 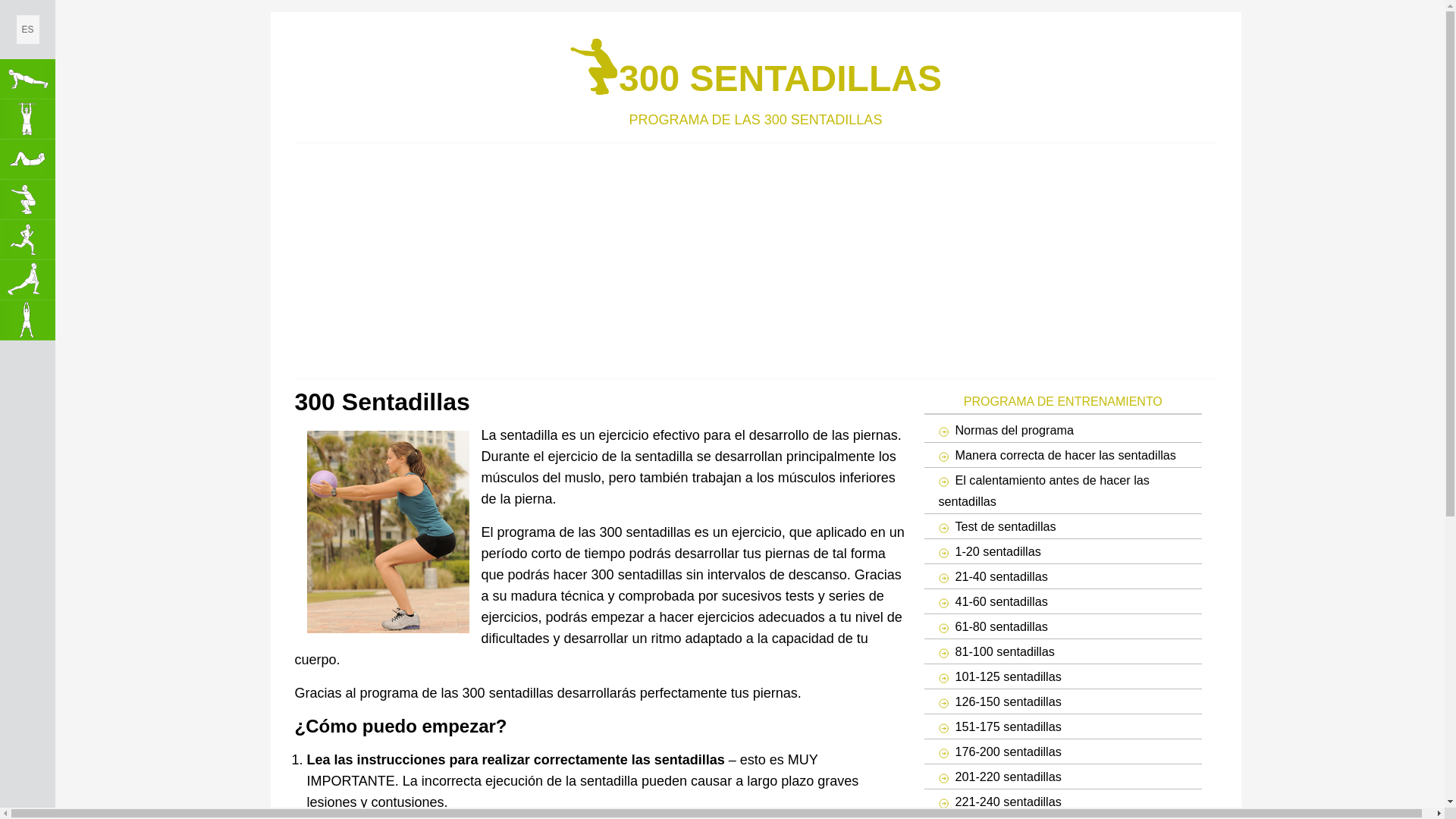 What do you see at coordinates (755, 66) in the screenshot?
I see `'300 SENTADILLAS'` at bounding box center [755, 66].